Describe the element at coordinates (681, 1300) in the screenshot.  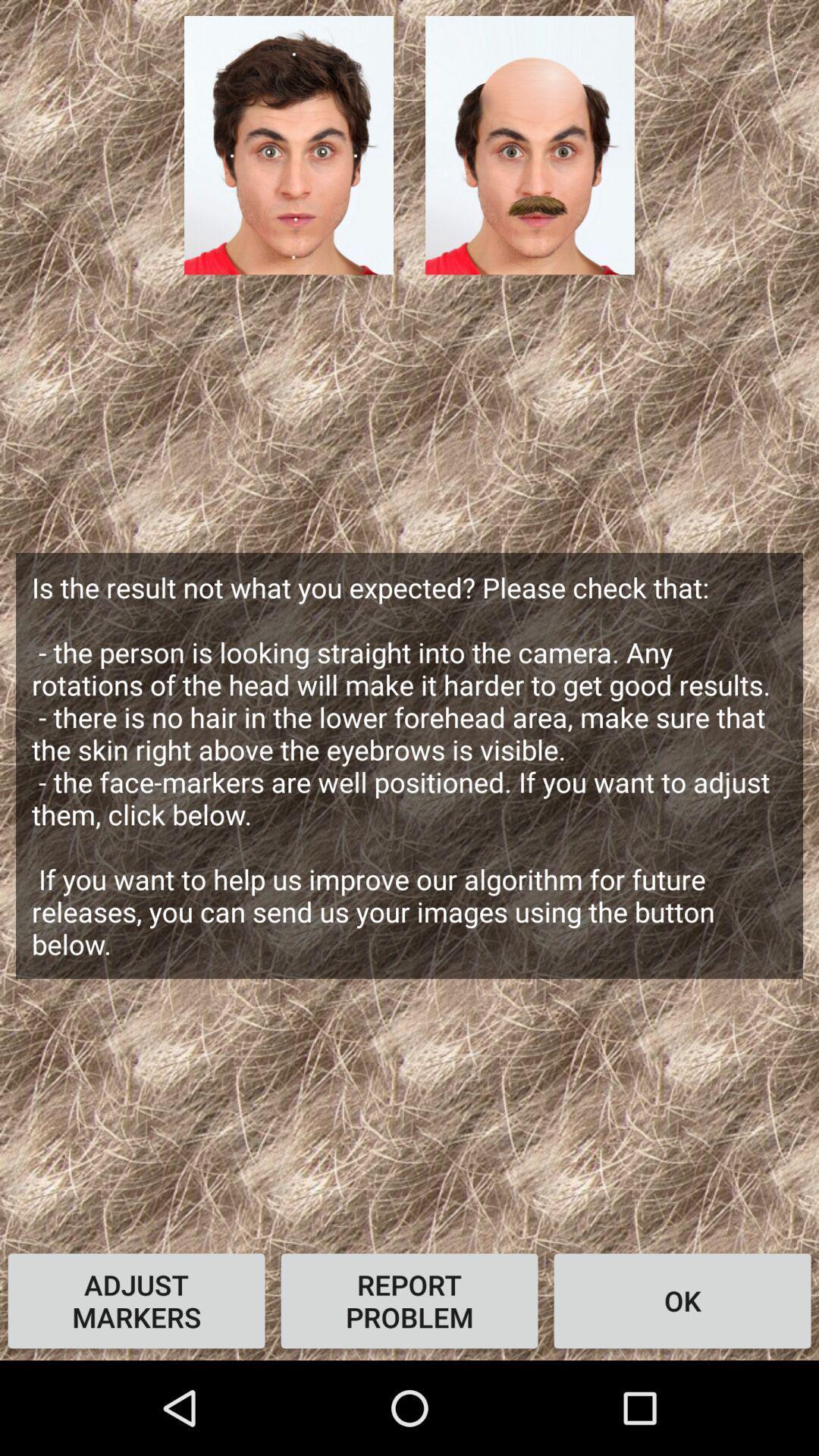
I see `the icon below the is the result item` at that location.